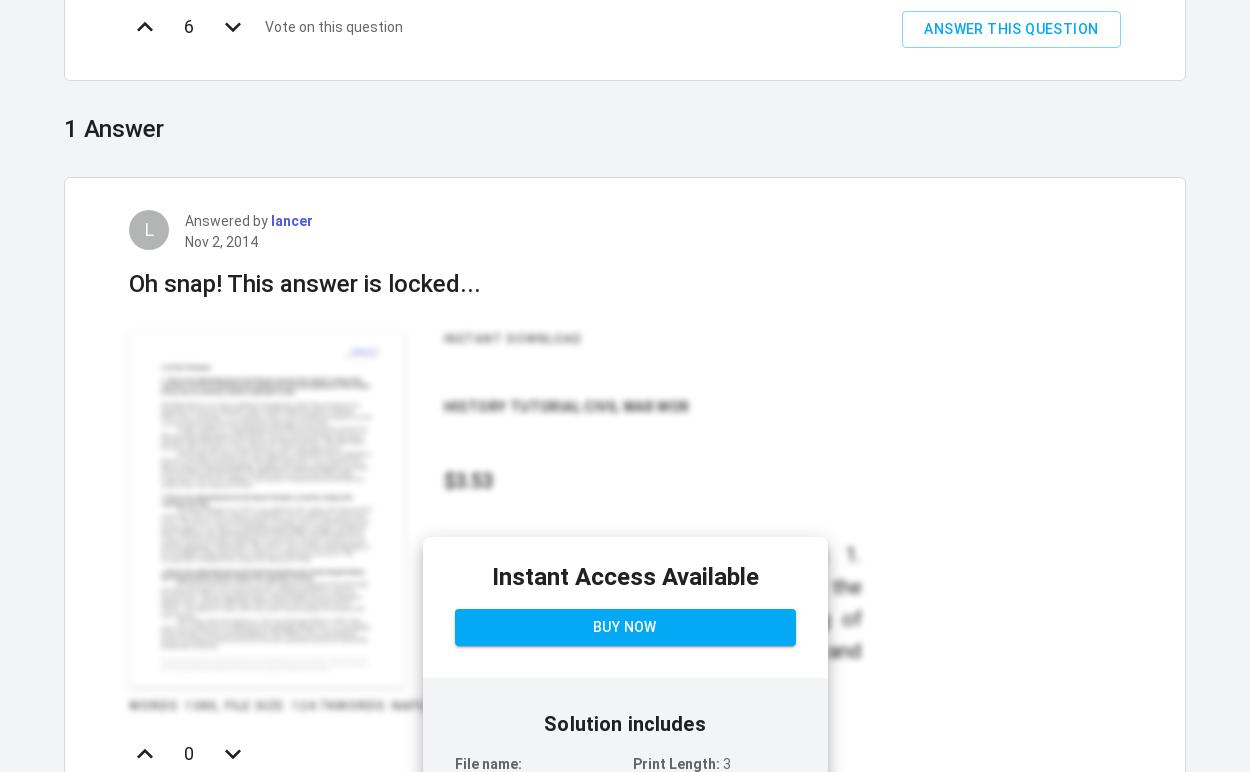  Describe the element at coordinates (809, 680) in the screenshot. I see `'...'` at that location.